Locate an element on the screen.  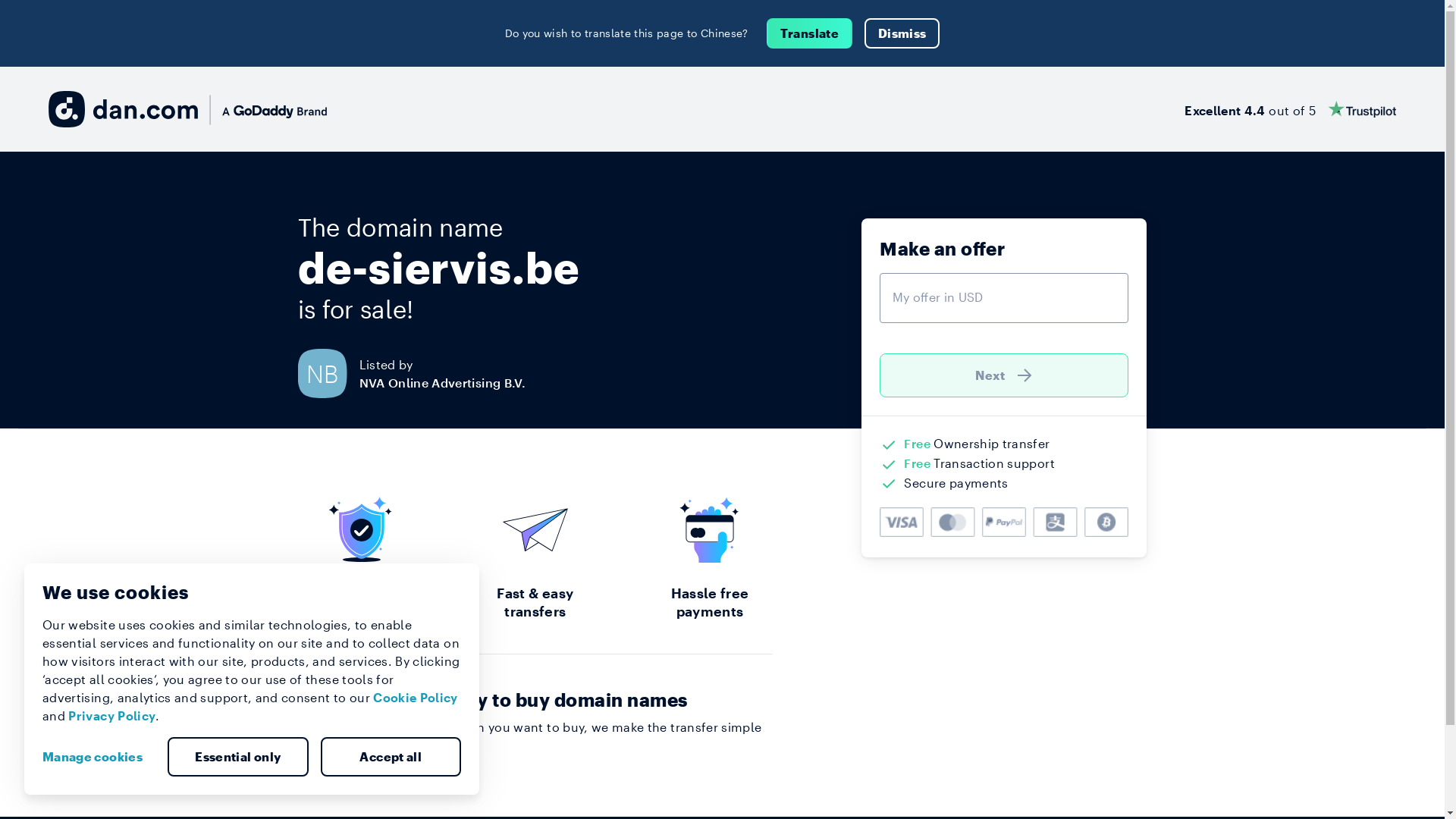
'Excellent 4.4 out of 5' is located at coordinates (1289, 108).